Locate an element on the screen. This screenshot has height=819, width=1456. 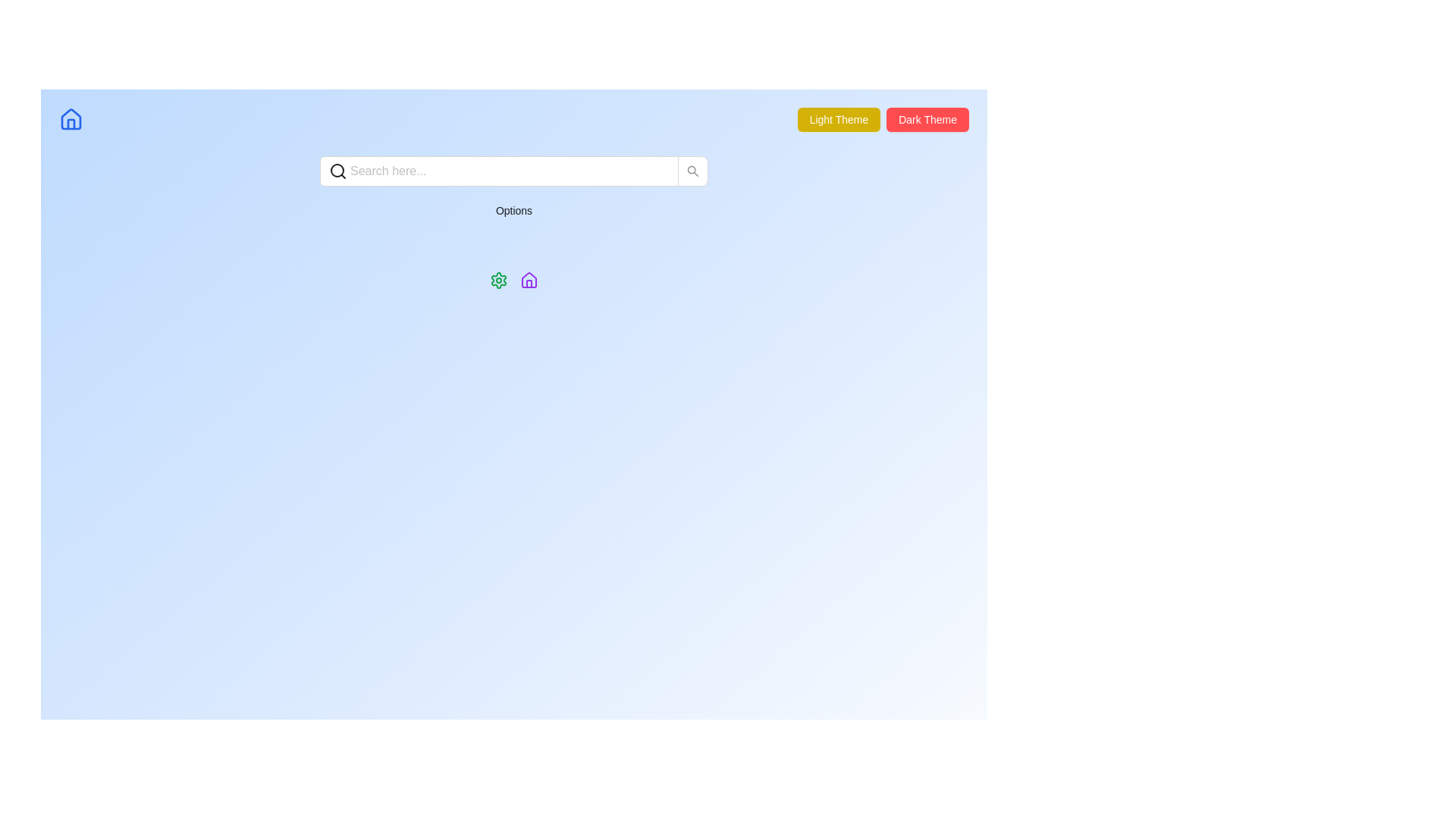
the circular magnifying glass icon located at the beginning of the search input field, aligned to the left of the placeholder text 'Search here...' is located at coordinates (337, 171).